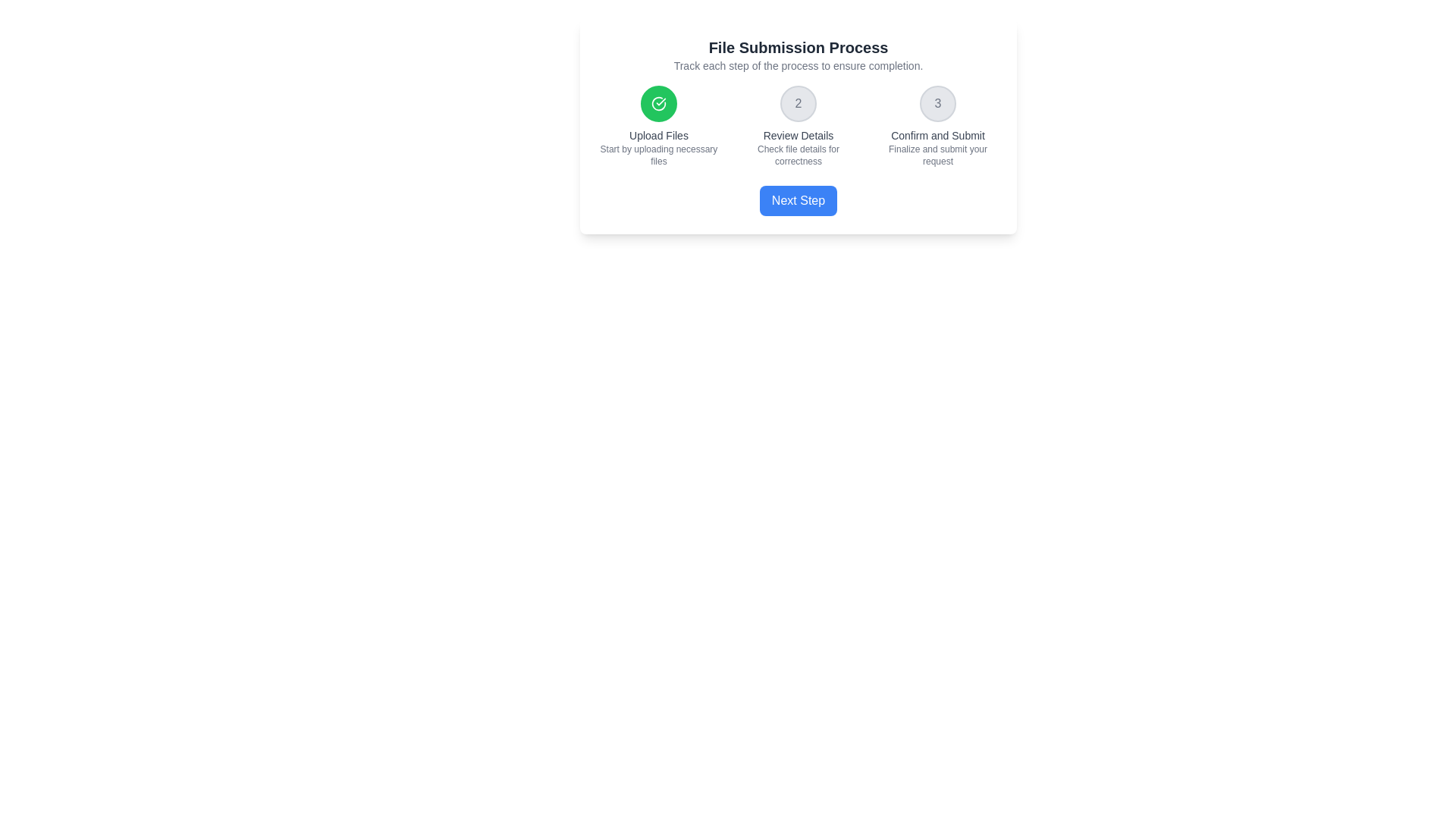 The width and height of the screenshot is (1456, 819). Describe the element at coordinates (658, 103) in the screenshot. I see `the green circular icon with a white checkmark inside, which represents the first step labeled 'Upload Files' in the 'File Submission Process' workflow` at that location.